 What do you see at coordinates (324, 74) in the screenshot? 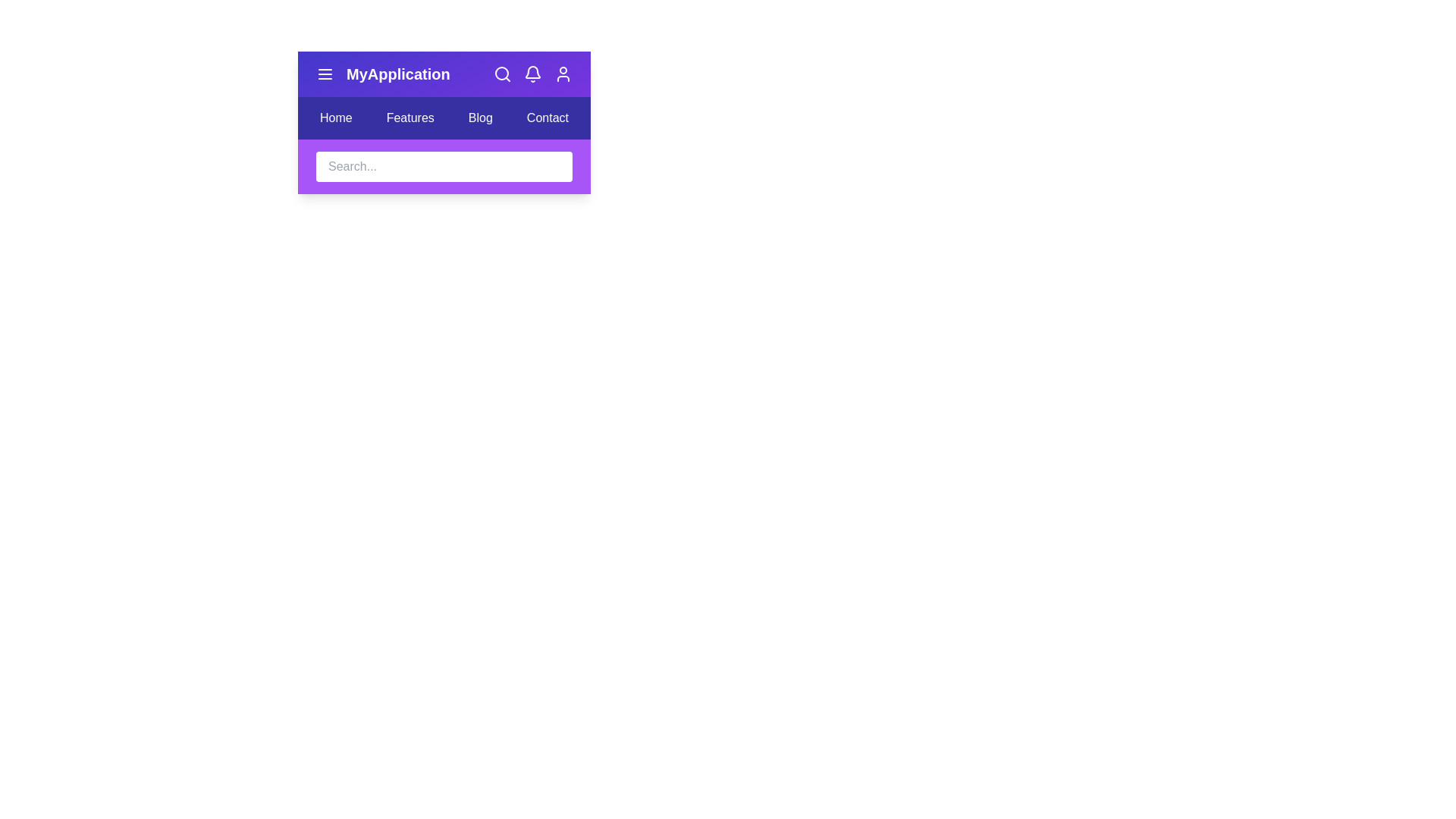
I see `the interactive element menu_button` at bounding box center [324, 74].